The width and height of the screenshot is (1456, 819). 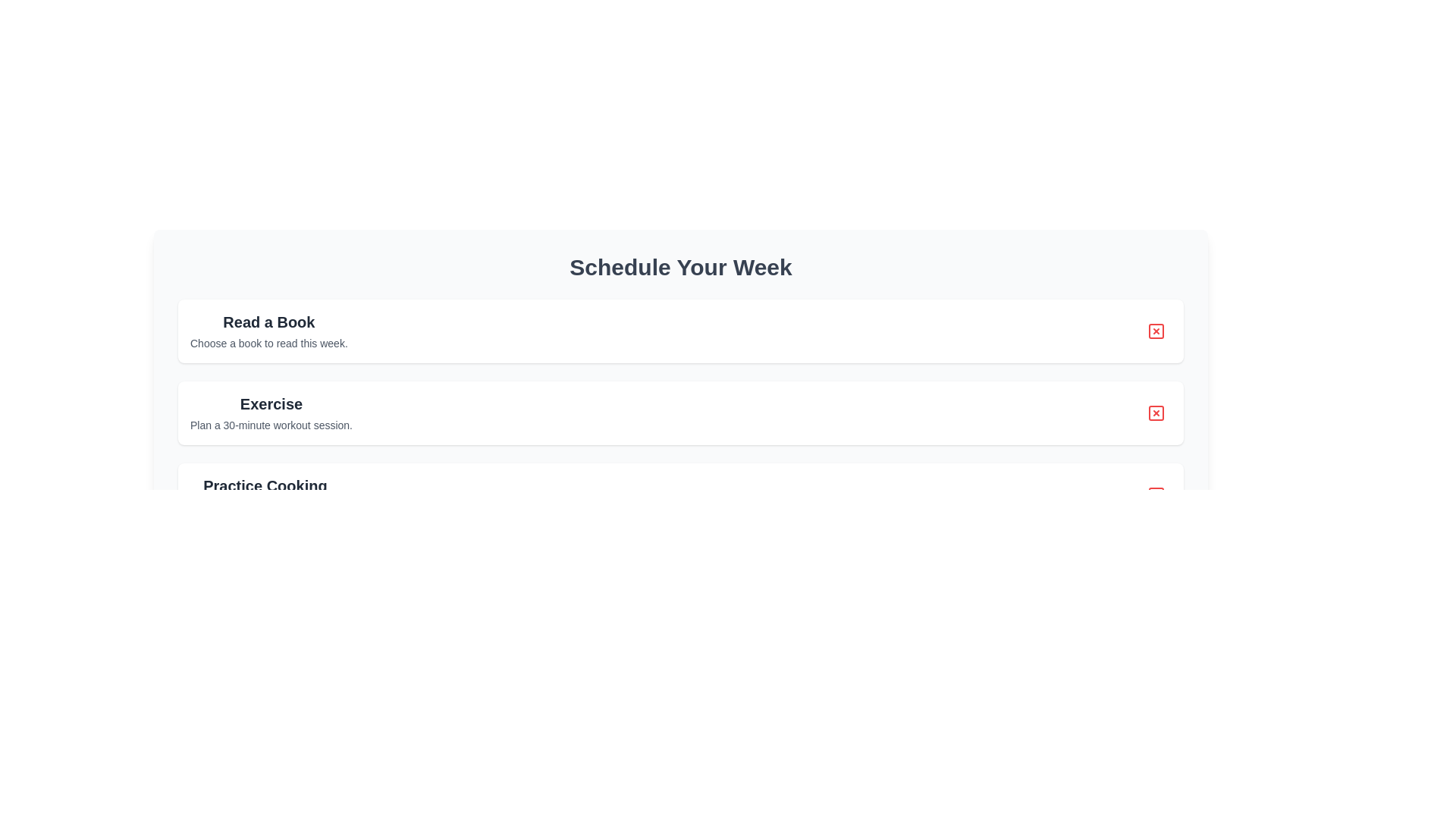 I want to click on the delete icon button associated with the 'Practice Cooking' task, so click(x=1156, y=494).